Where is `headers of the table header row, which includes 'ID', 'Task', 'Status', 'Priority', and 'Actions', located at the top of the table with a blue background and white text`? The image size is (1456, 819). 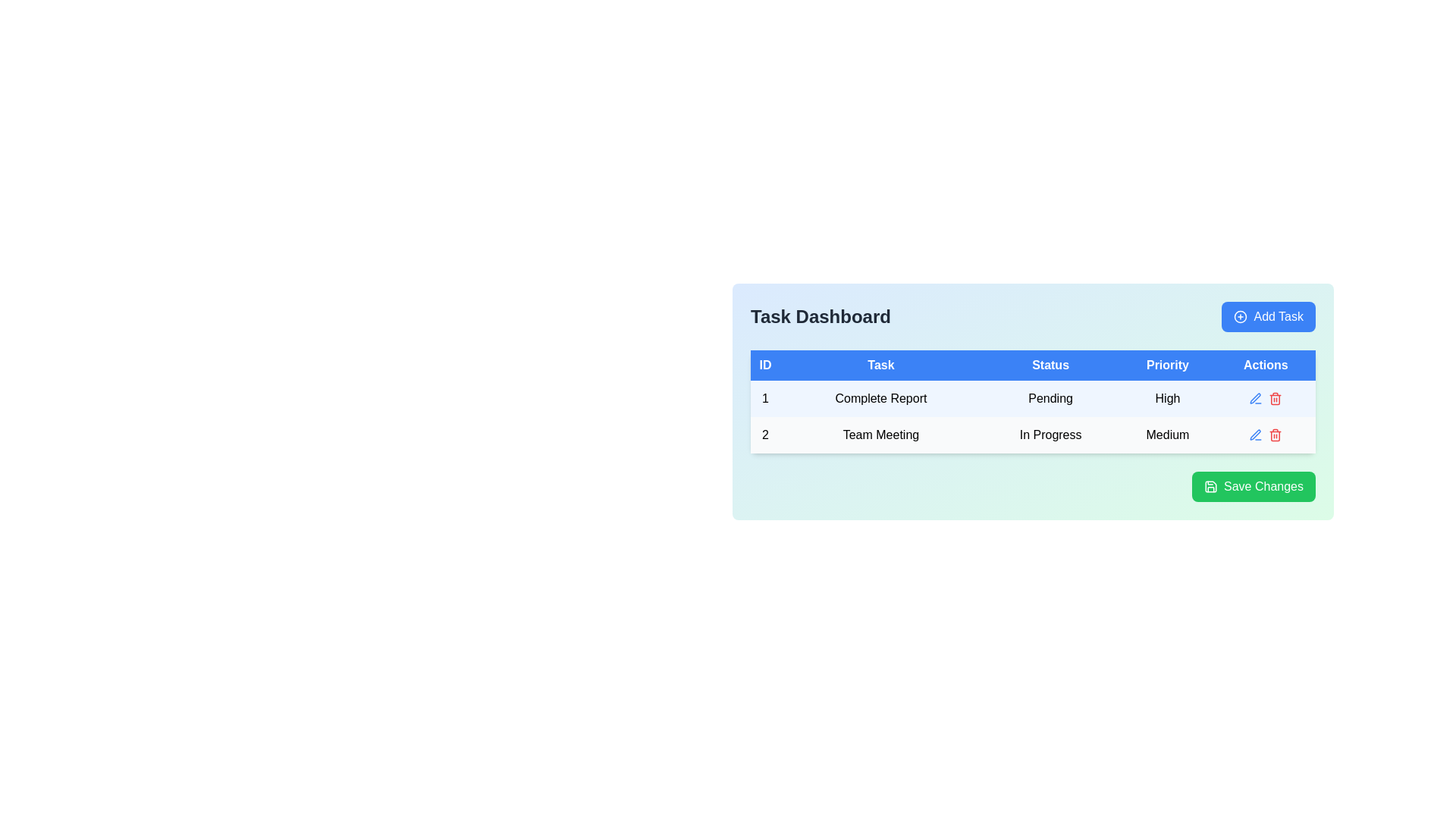 headers of the table header row, which includes 'ID', 'Task', 'Status', 'Priority', and 'Actions', located at the top of the table with a blue background and white text is located at coordinates (1032, 366).